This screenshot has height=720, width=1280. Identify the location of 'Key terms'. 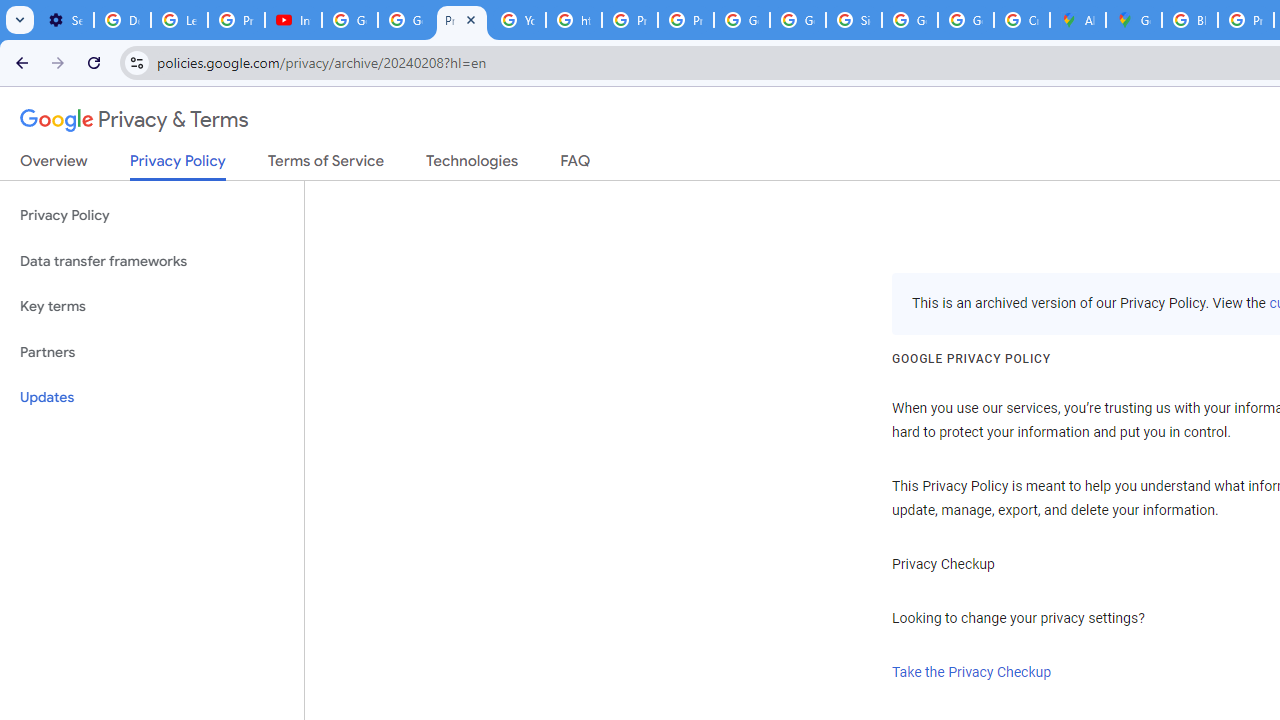
(151, 306).